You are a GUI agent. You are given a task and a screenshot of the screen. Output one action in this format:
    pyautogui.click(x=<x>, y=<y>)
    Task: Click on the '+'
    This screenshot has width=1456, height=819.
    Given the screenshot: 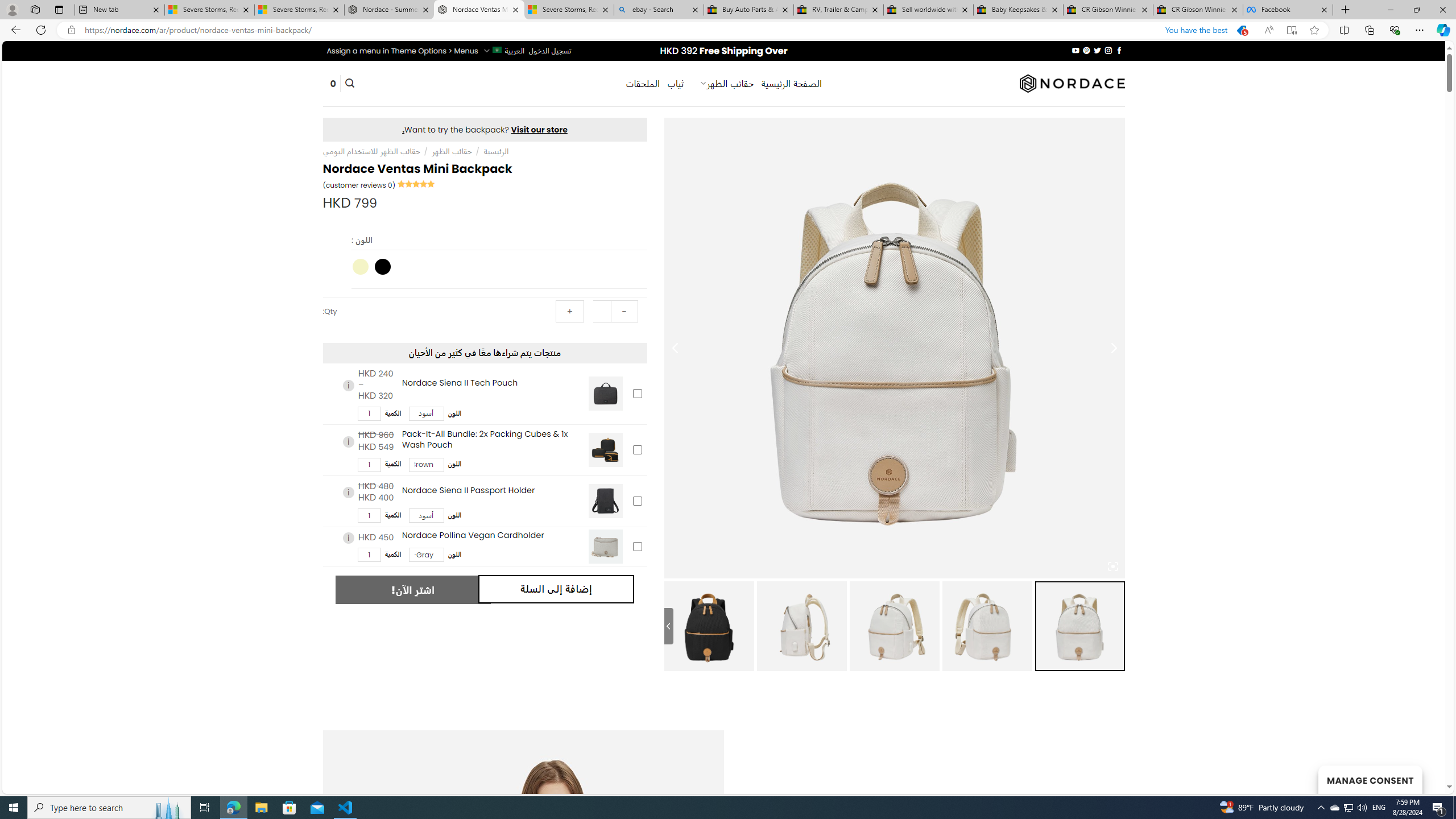 What is the action you would take?
    pyautogui.click(x=570, y=311)
    